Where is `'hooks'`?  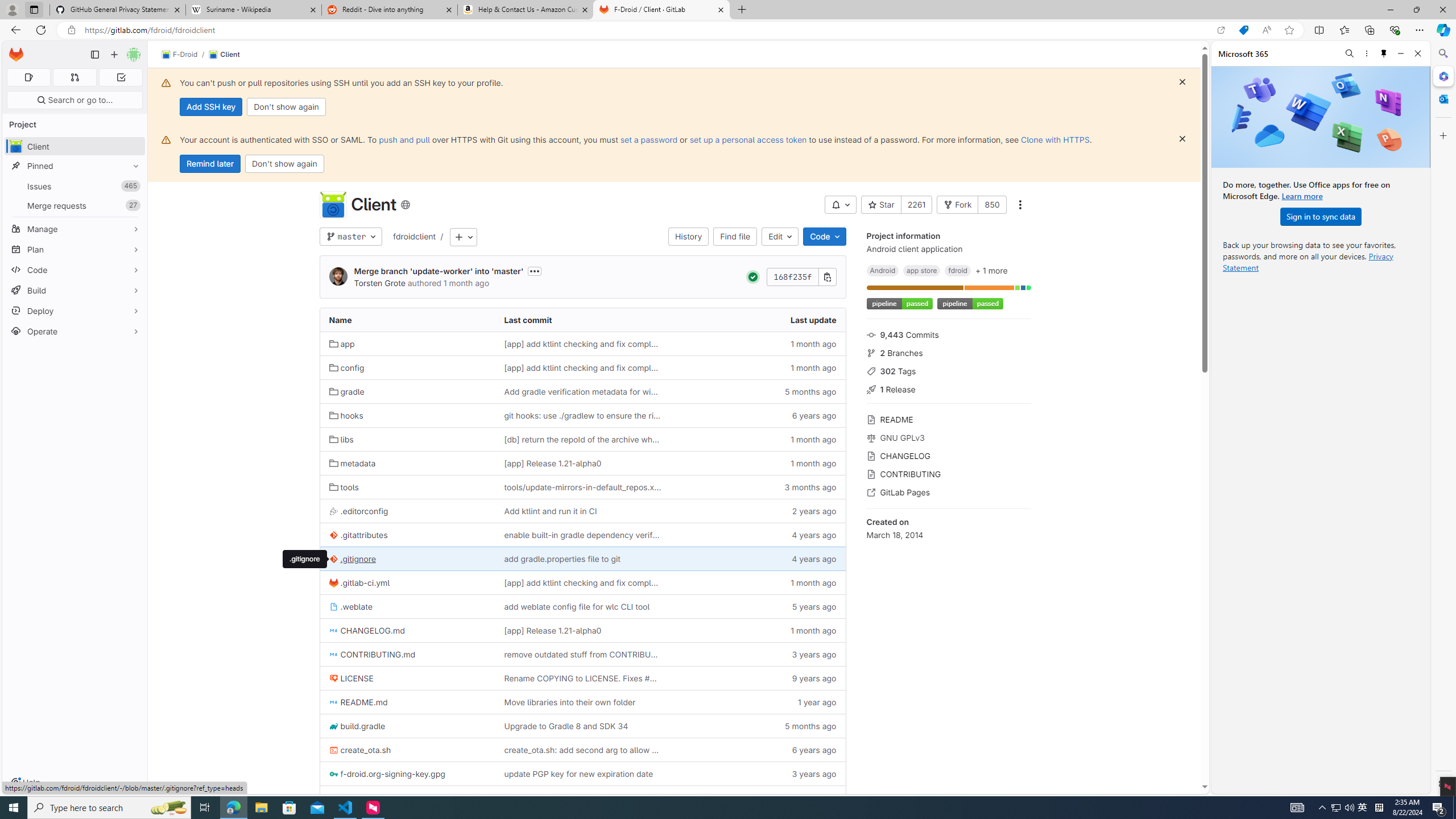
'hooks' is located at coordinates (407, 415).